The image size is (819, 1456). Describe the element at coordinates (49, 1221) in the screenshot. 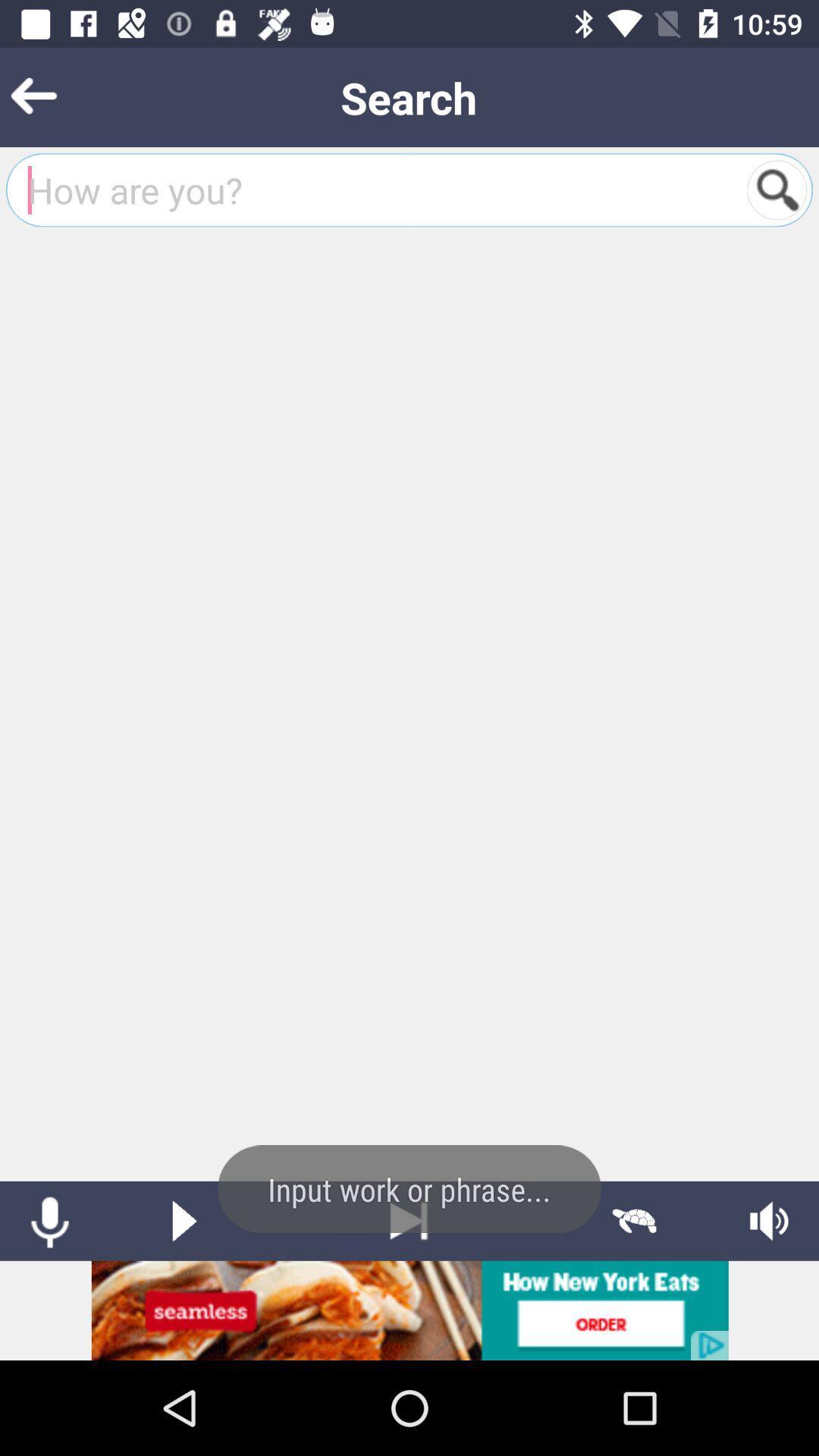

I see `the microphone icon` at that location.